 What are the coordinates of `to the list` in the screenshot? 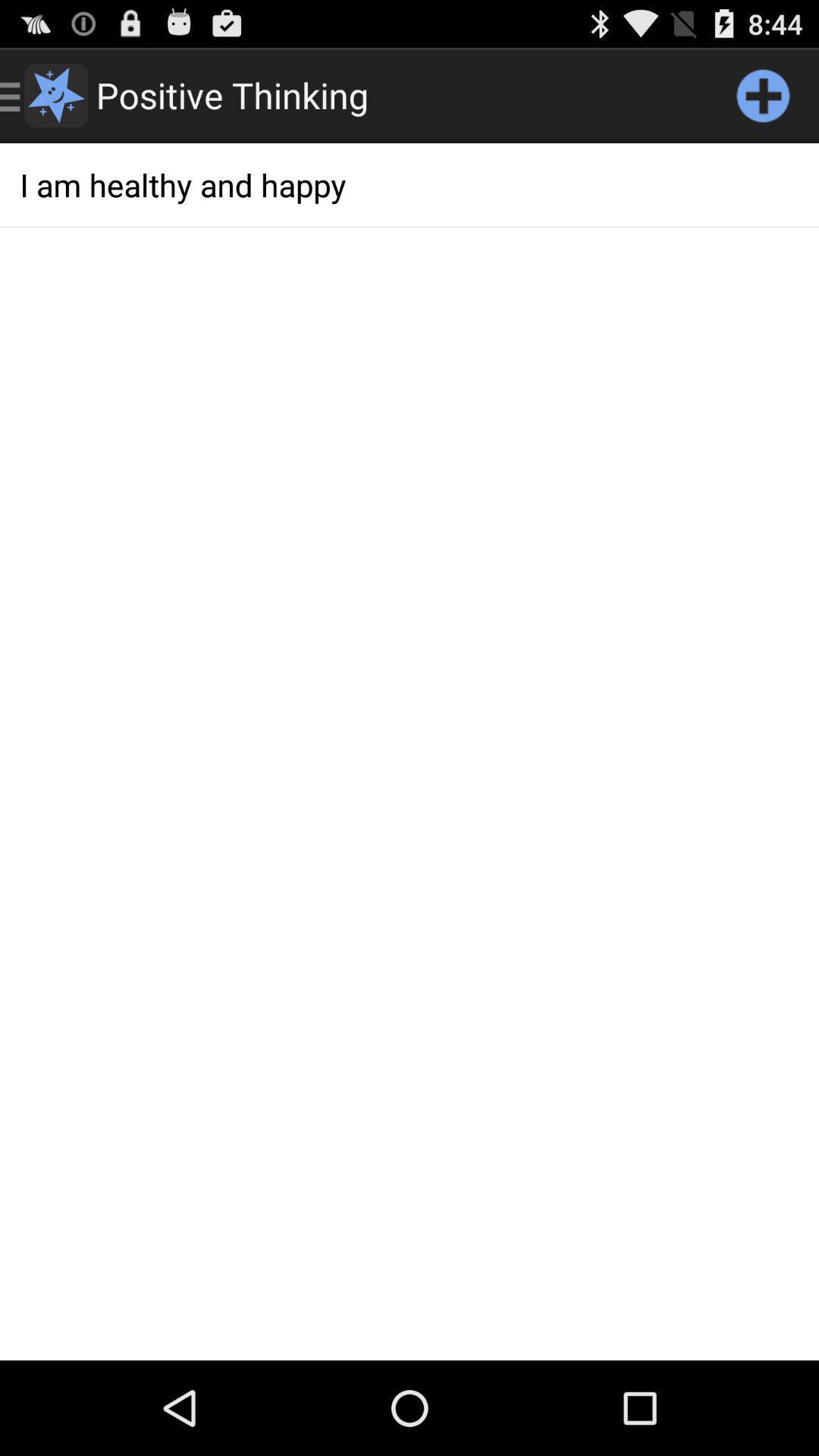 It's located at (763, 94).